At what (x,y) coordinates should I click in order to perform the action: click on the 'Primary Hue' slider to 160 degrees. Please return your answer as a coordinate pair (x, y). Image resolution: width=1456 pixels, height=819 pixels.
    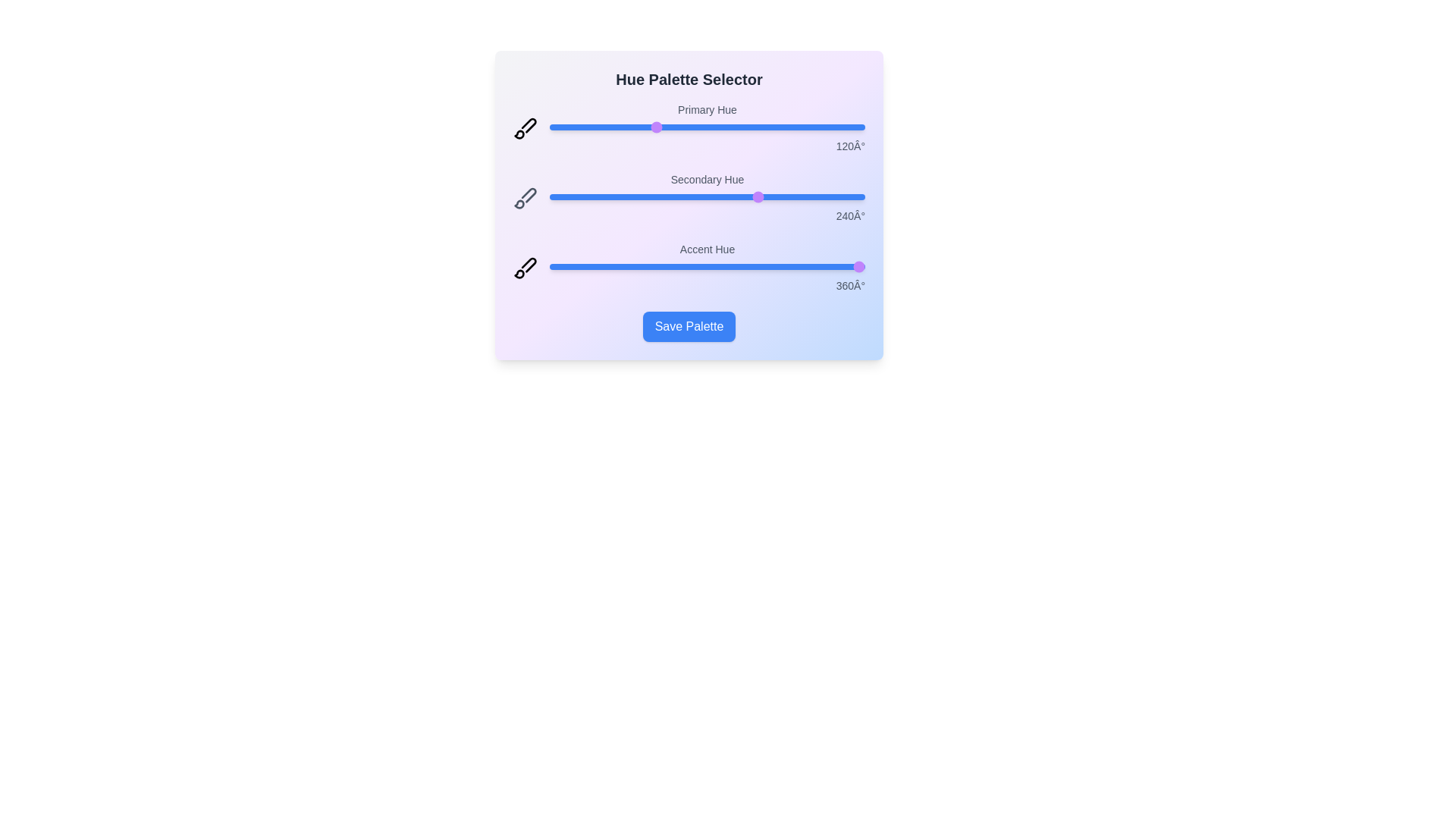
    Looking at the image, I should click on (689, 127).